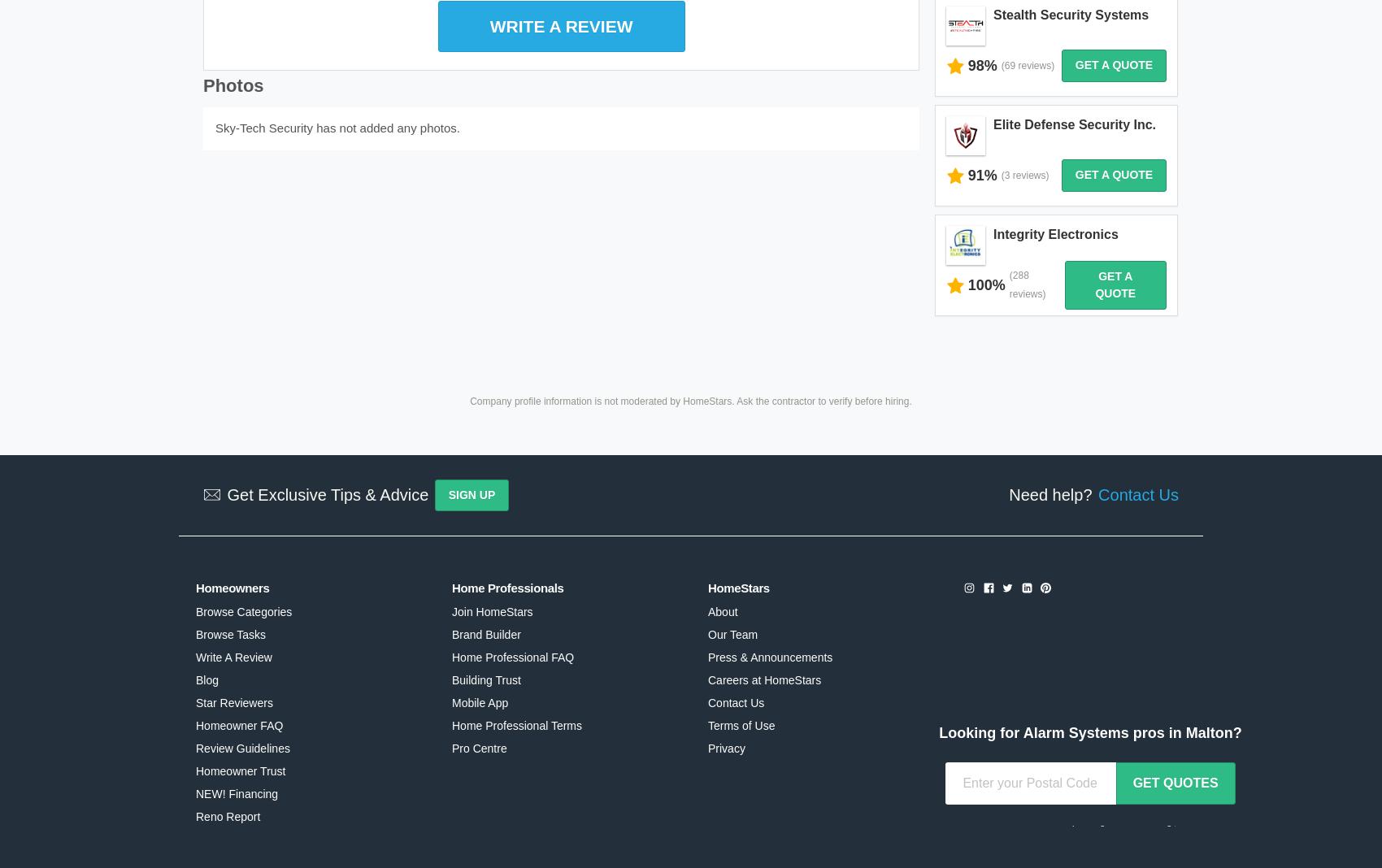 Image resolution: width=1382 pixels, height=868 pixels. I want to click on 'Elite Defense Security Inc.', so click(991, 55).